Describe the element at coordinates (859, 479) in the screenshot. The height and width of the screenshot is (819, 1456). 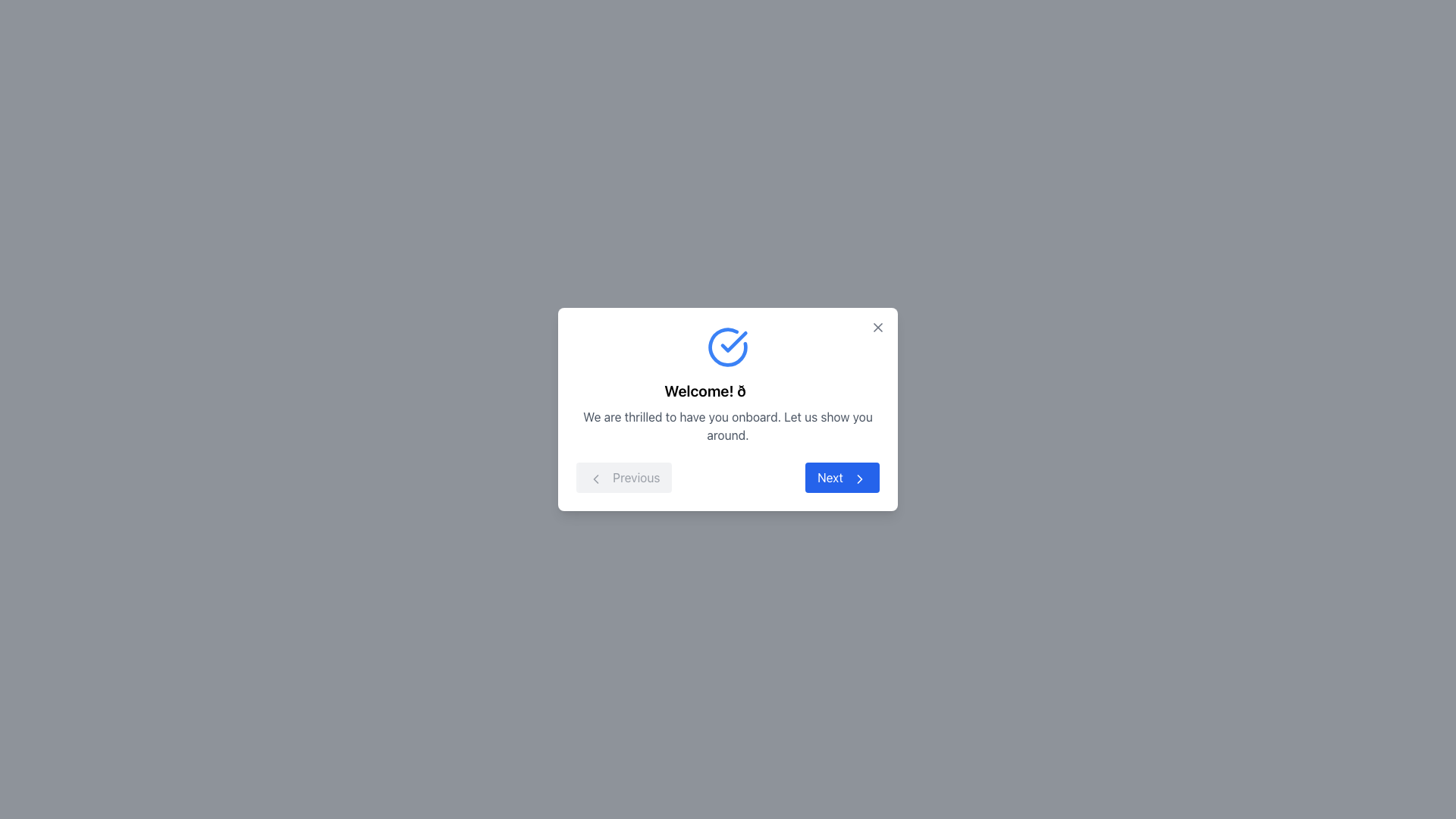
I see `the right-facing chevron icon within the 'Next' button in the dialog box` at that location.